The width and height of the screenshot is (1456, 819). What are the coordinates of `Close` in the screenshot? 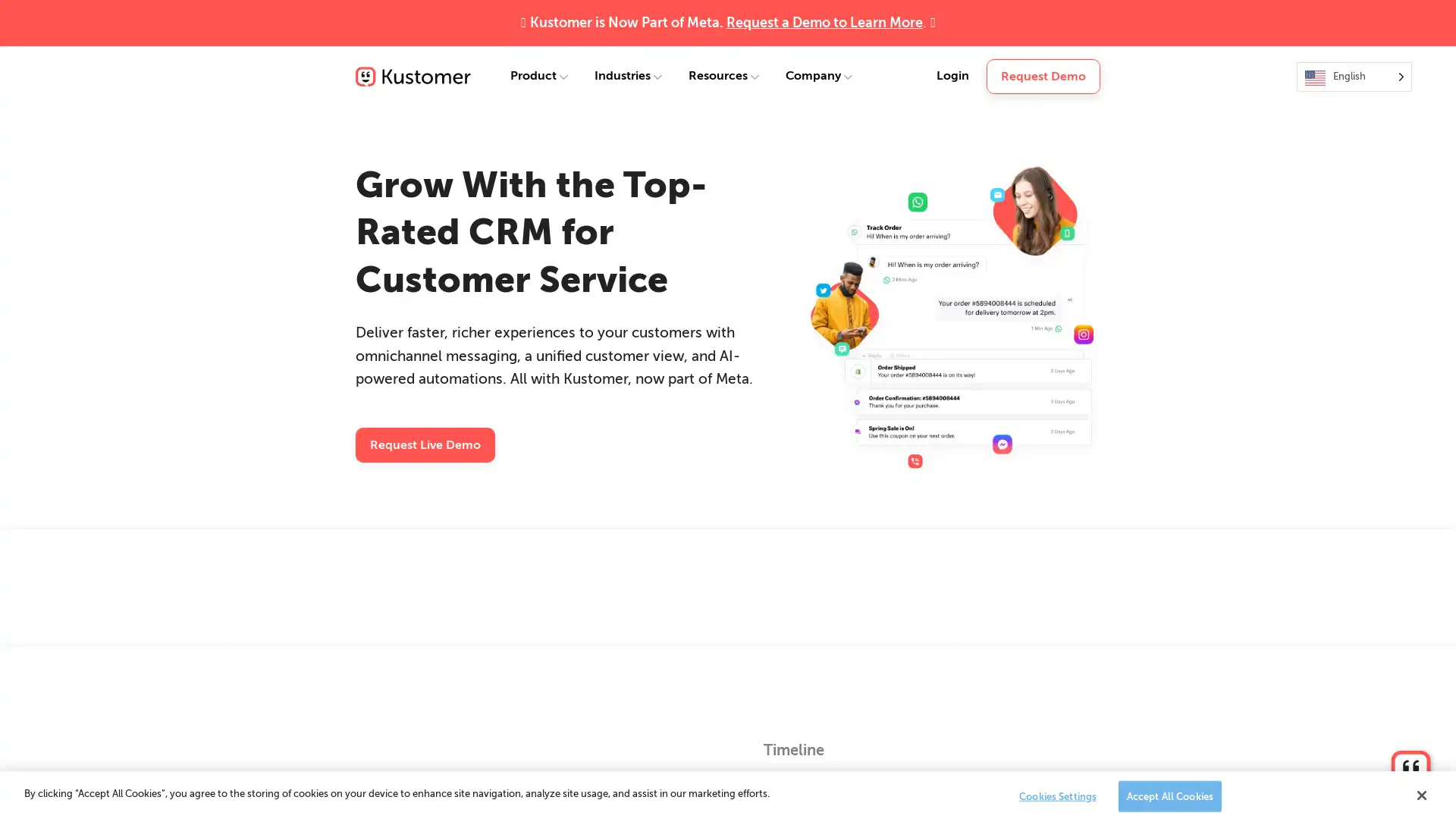 It's located at (1421, 794).